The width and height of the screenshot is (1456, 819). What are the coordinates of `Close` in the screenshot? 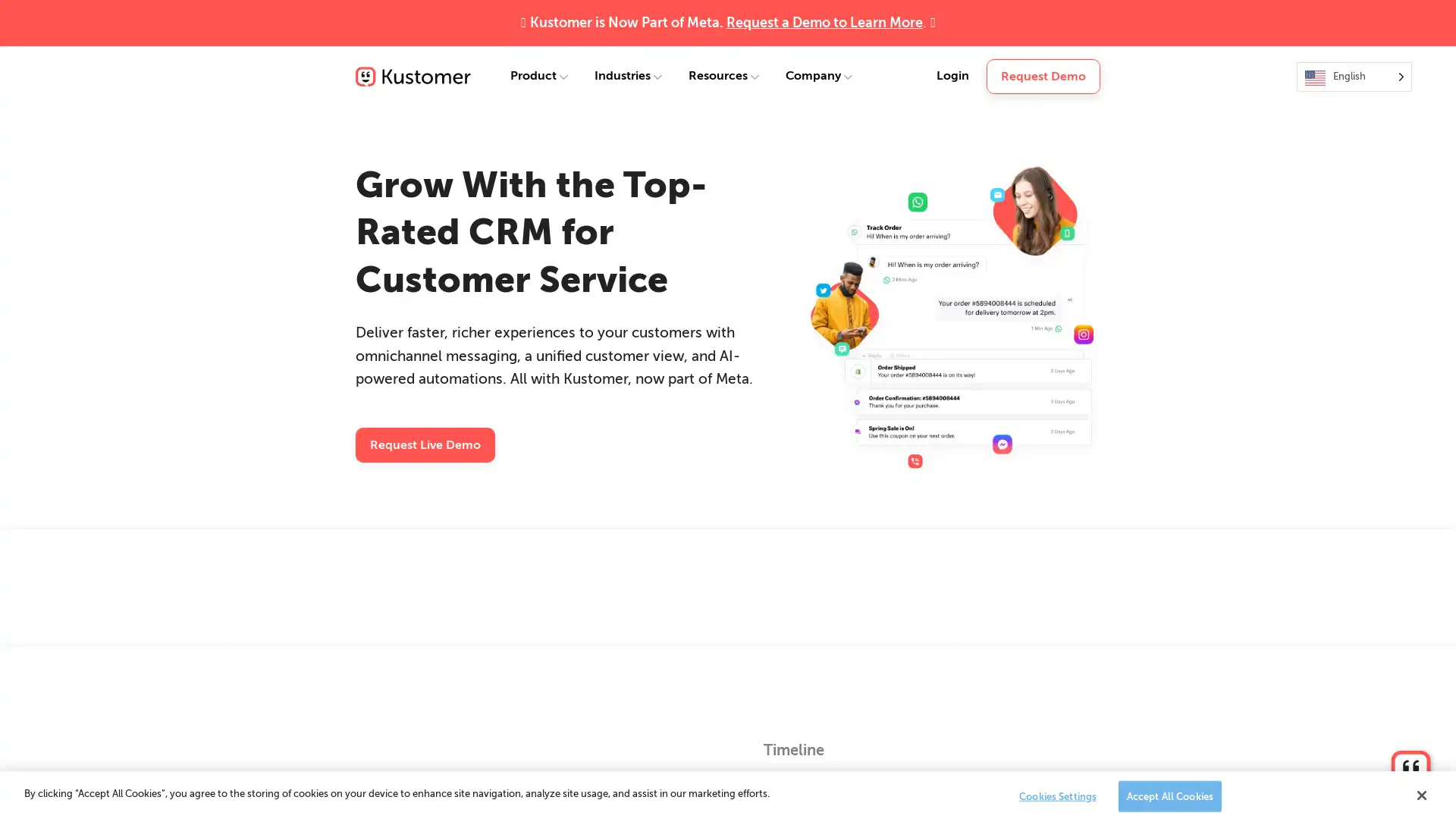 It's located at (1421, 794).